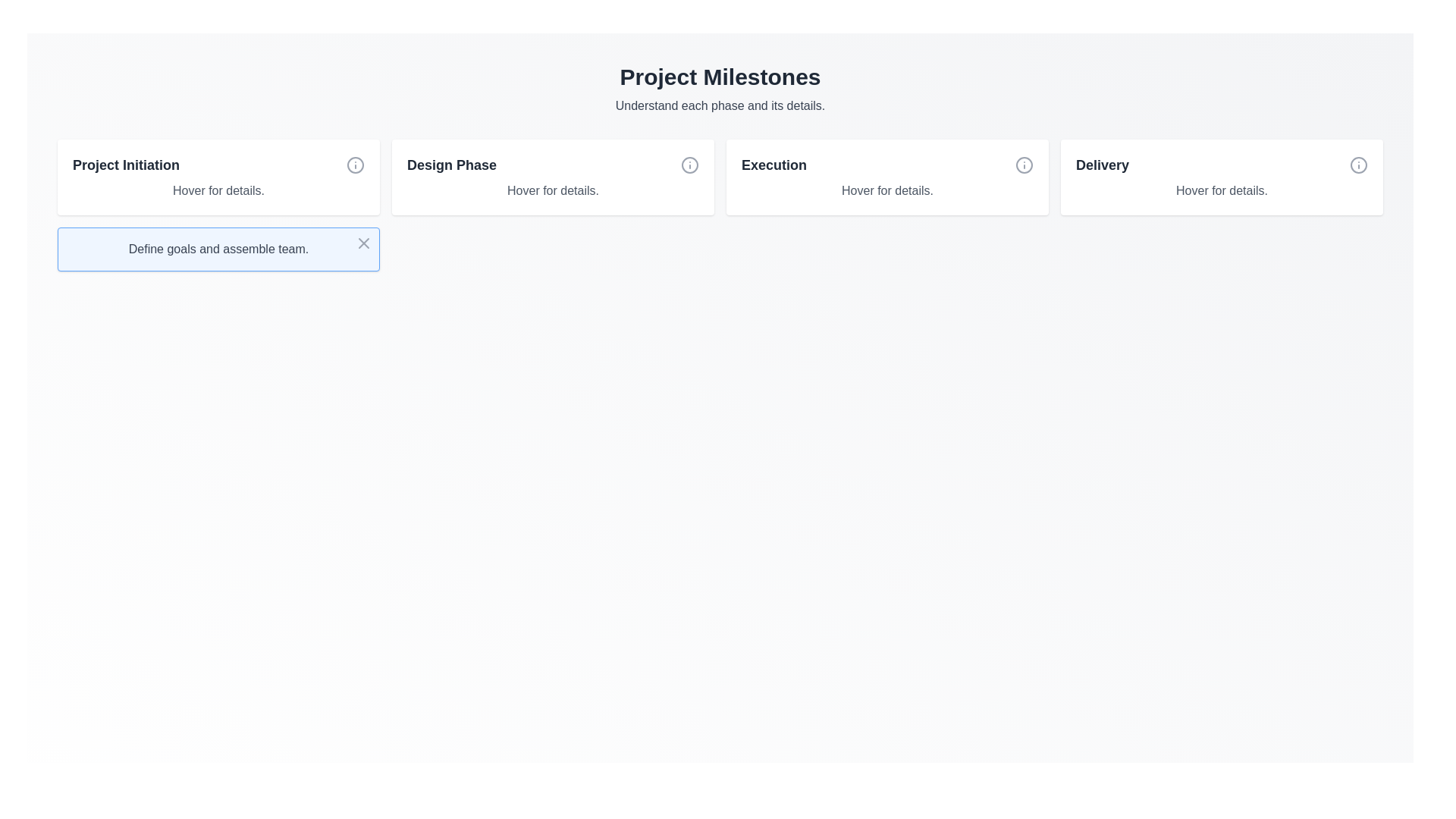 The height and width of the screenshot is (819, 1456). What do you see at coordinates (689, 165) in the screenshot?
I see `the circular shape with a light gray outline in the center of the information icon located at the top-right corner of the 'Design Phase' card` at bounding box center [689, 165].